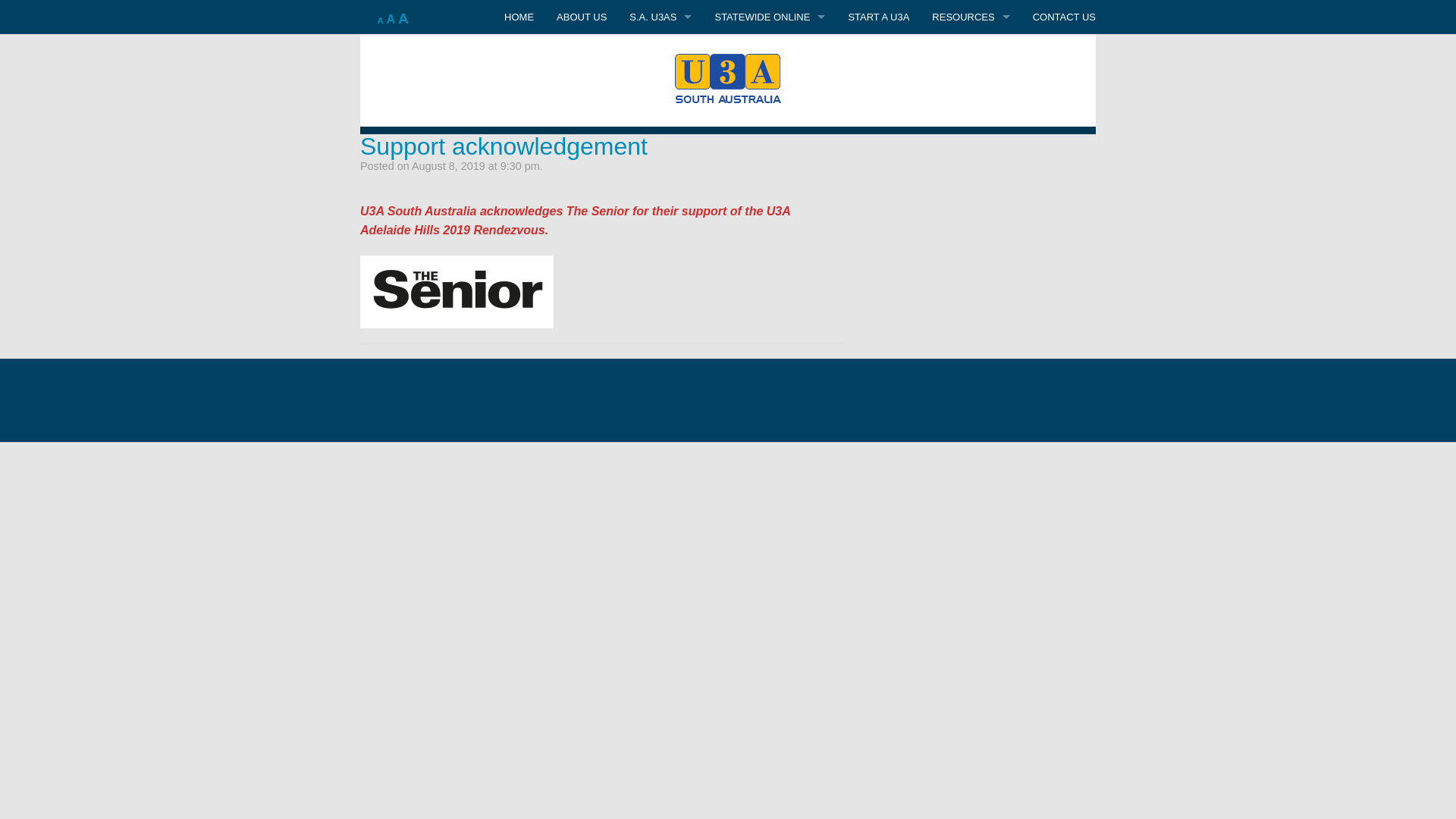  I want to click on 'ABOUT US', so click(581, 17).